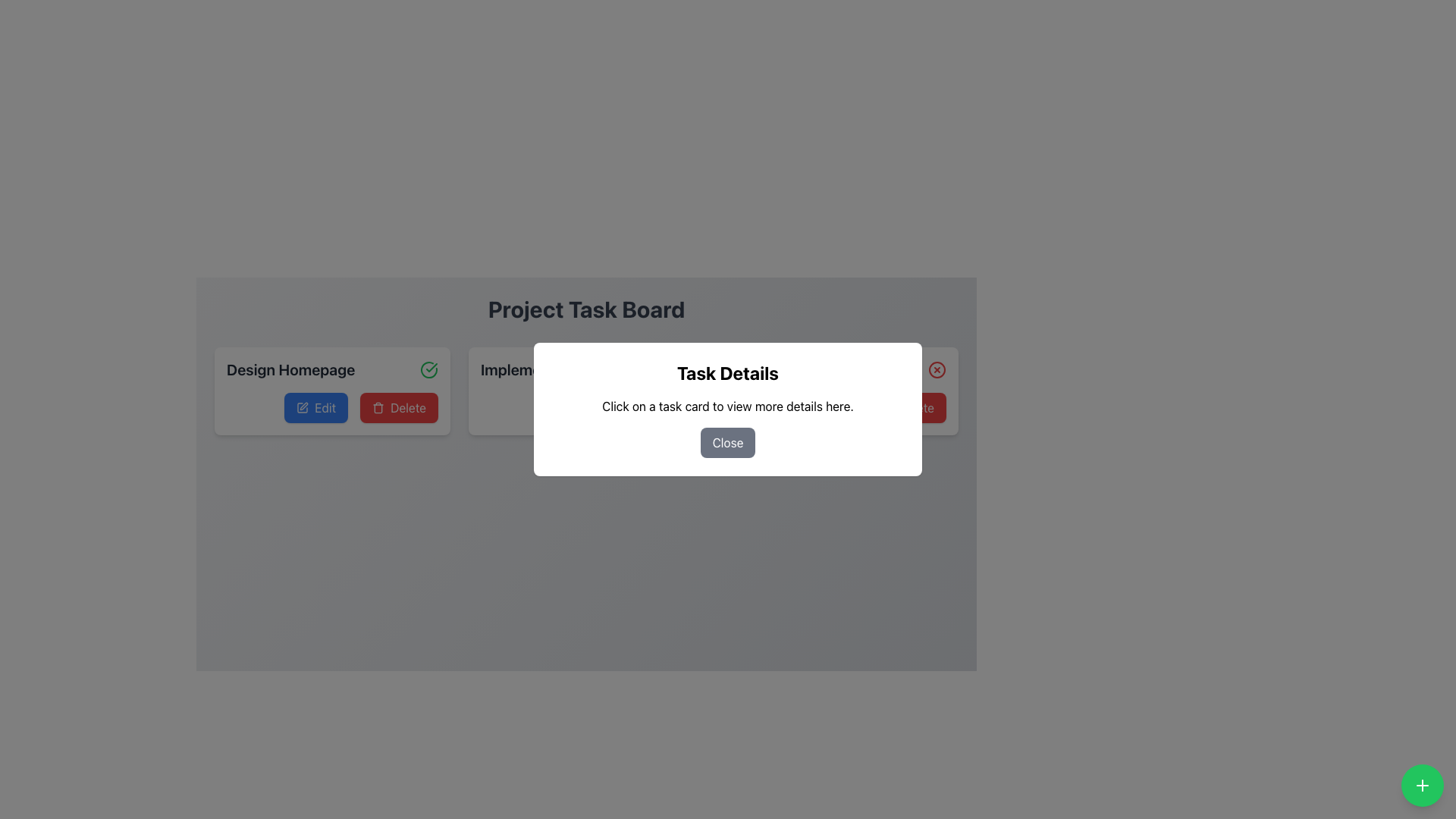 This screenshot has height=819, width=1456. I want to click on the leftmost editing icon within the 'Edit' button below the 'Design Homepage' text, so click(303, 406).